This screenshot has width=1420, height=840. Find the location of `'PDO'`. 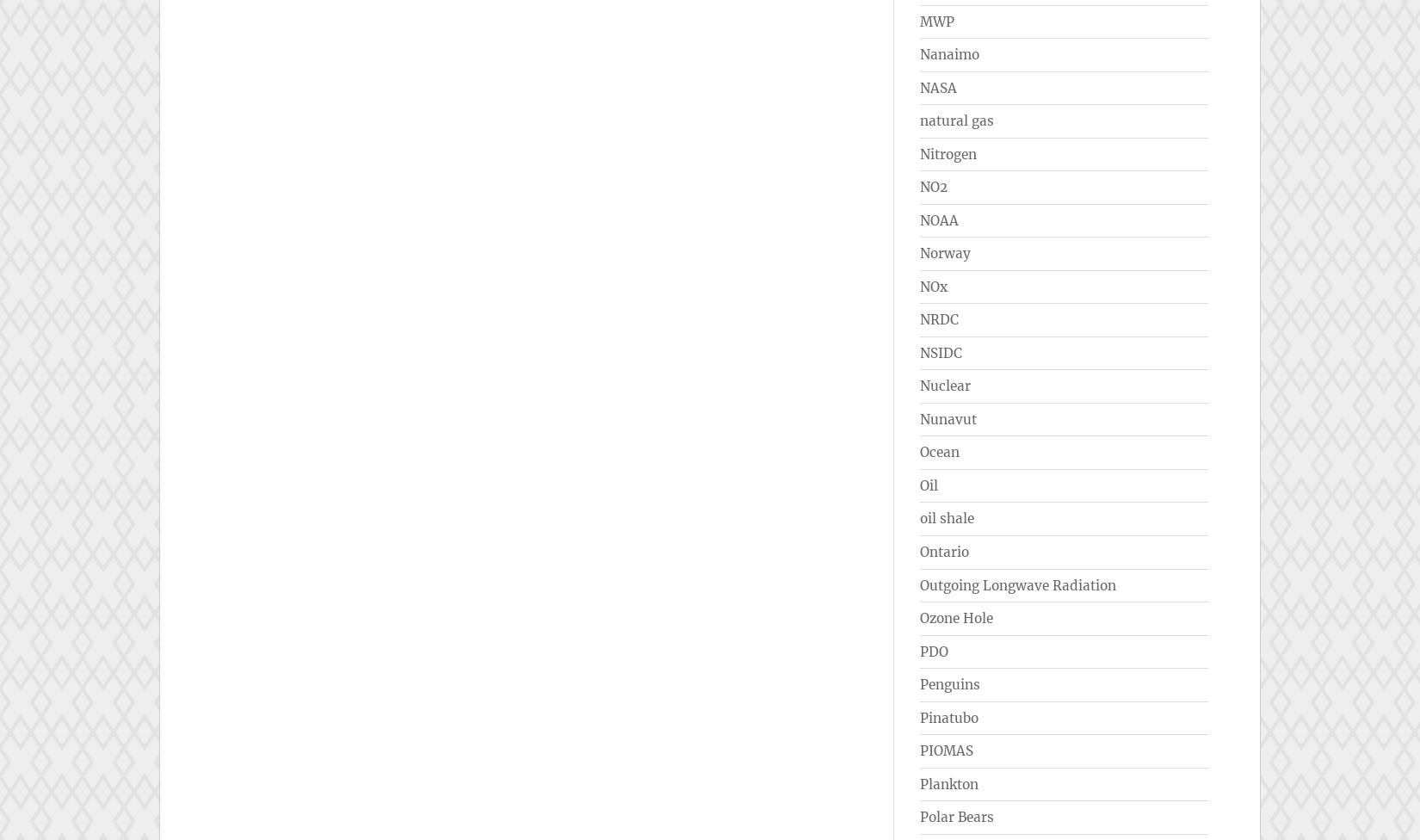

'PDO' is located at coordinates (920, 651).